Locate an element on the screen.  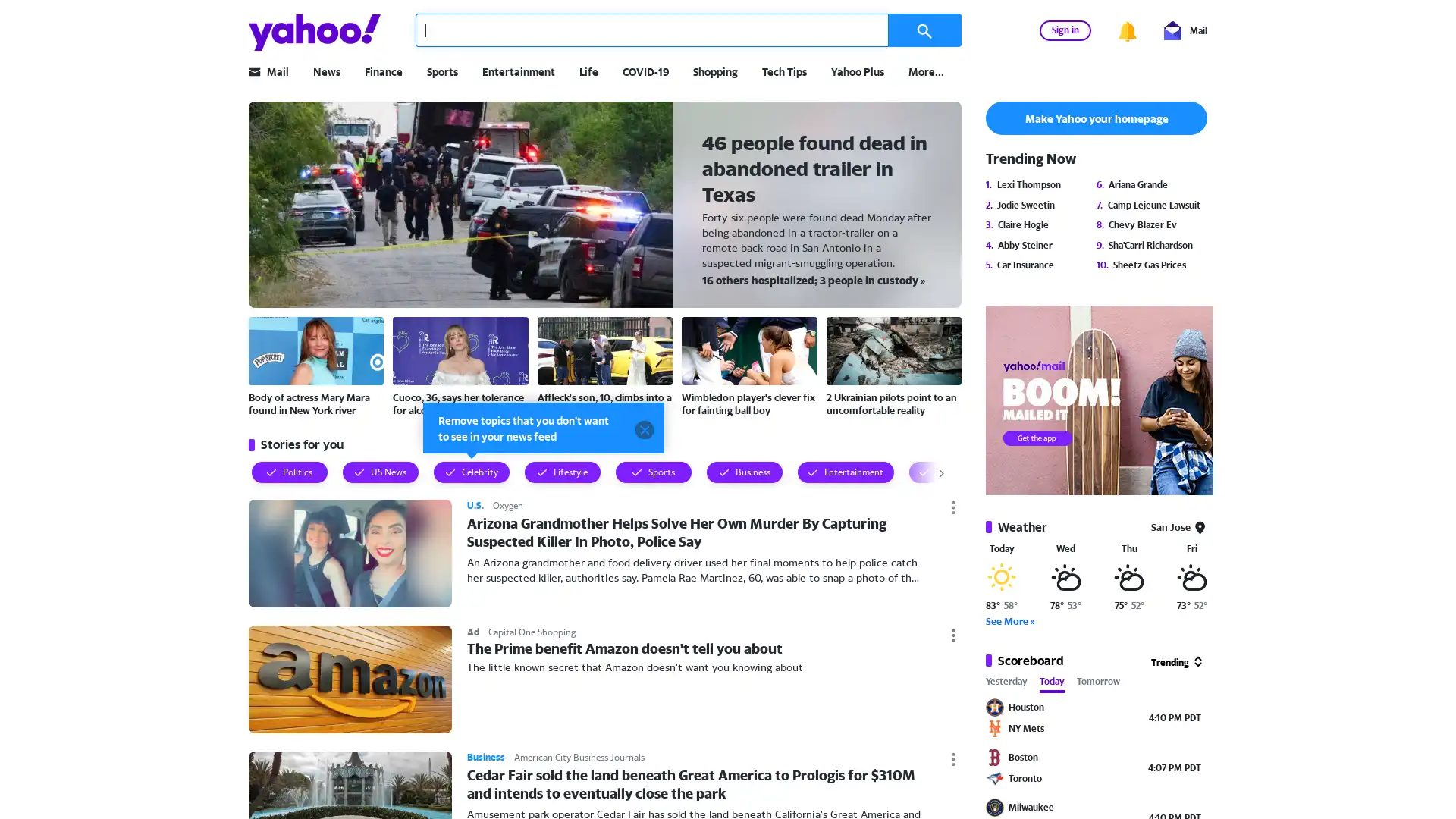
Make Yahoo your homepage is located at coordinates (1096, 117).